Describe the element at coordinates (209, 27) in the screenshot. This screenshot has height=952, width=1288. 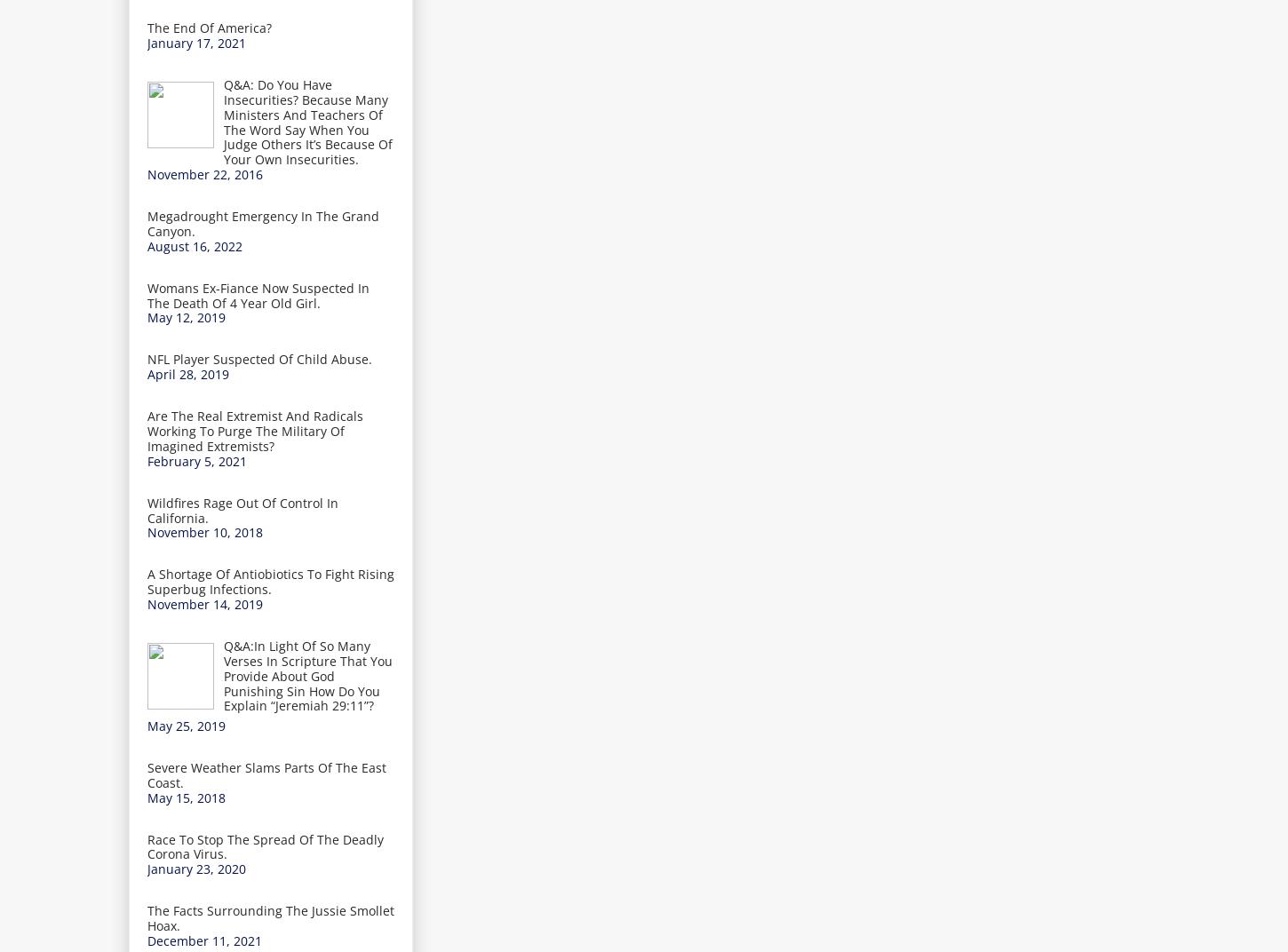
I see `'The End Of America?'` at that location.